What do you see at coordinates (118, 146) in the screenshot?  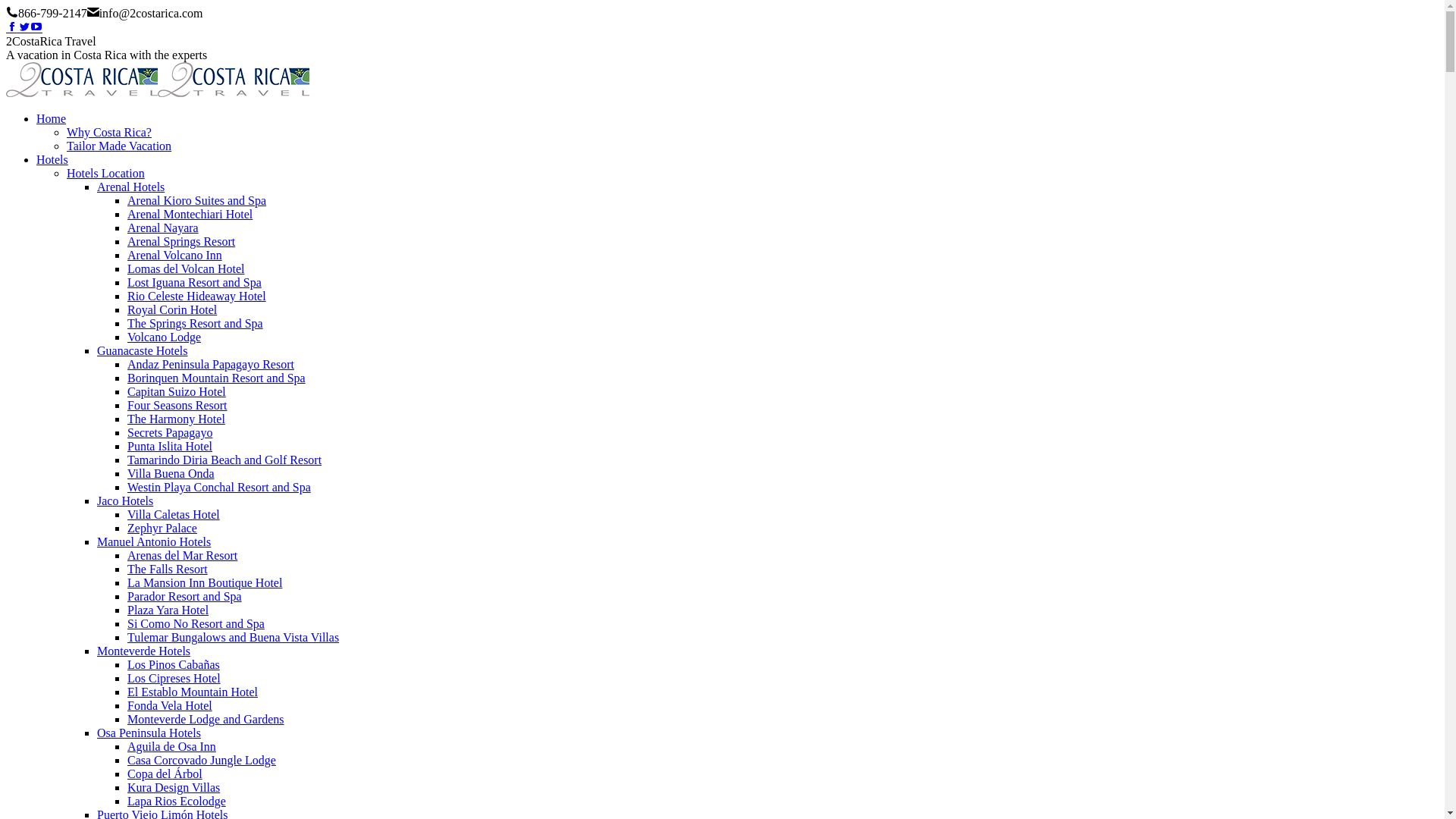 I see `'Tailor Made Vacation'` at bounding box center [118, 146].